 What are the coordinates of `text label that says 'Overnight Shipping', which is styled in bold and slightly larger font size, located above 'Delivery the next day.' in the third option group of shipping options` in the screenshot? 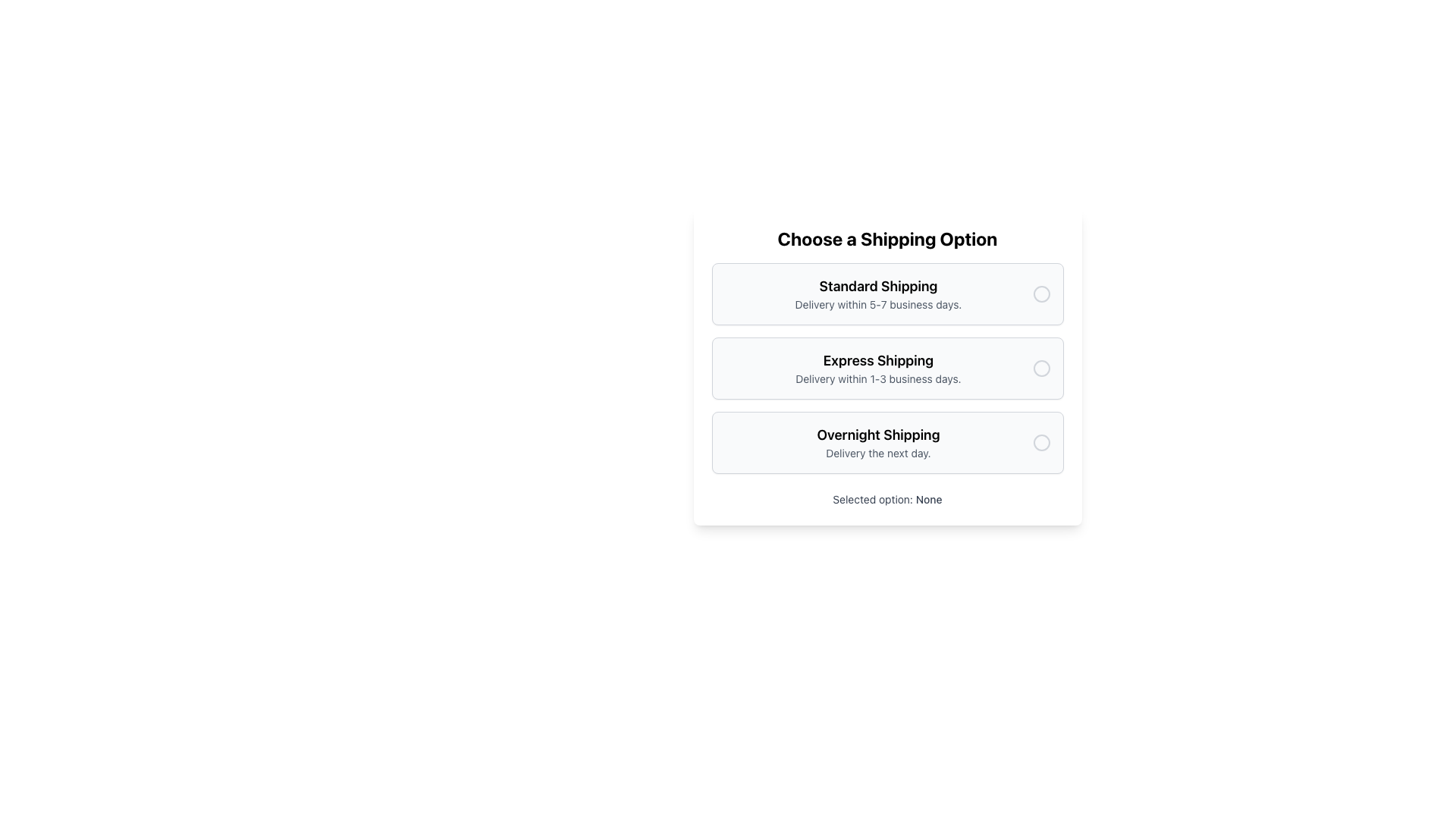 It's located at (878, 435).